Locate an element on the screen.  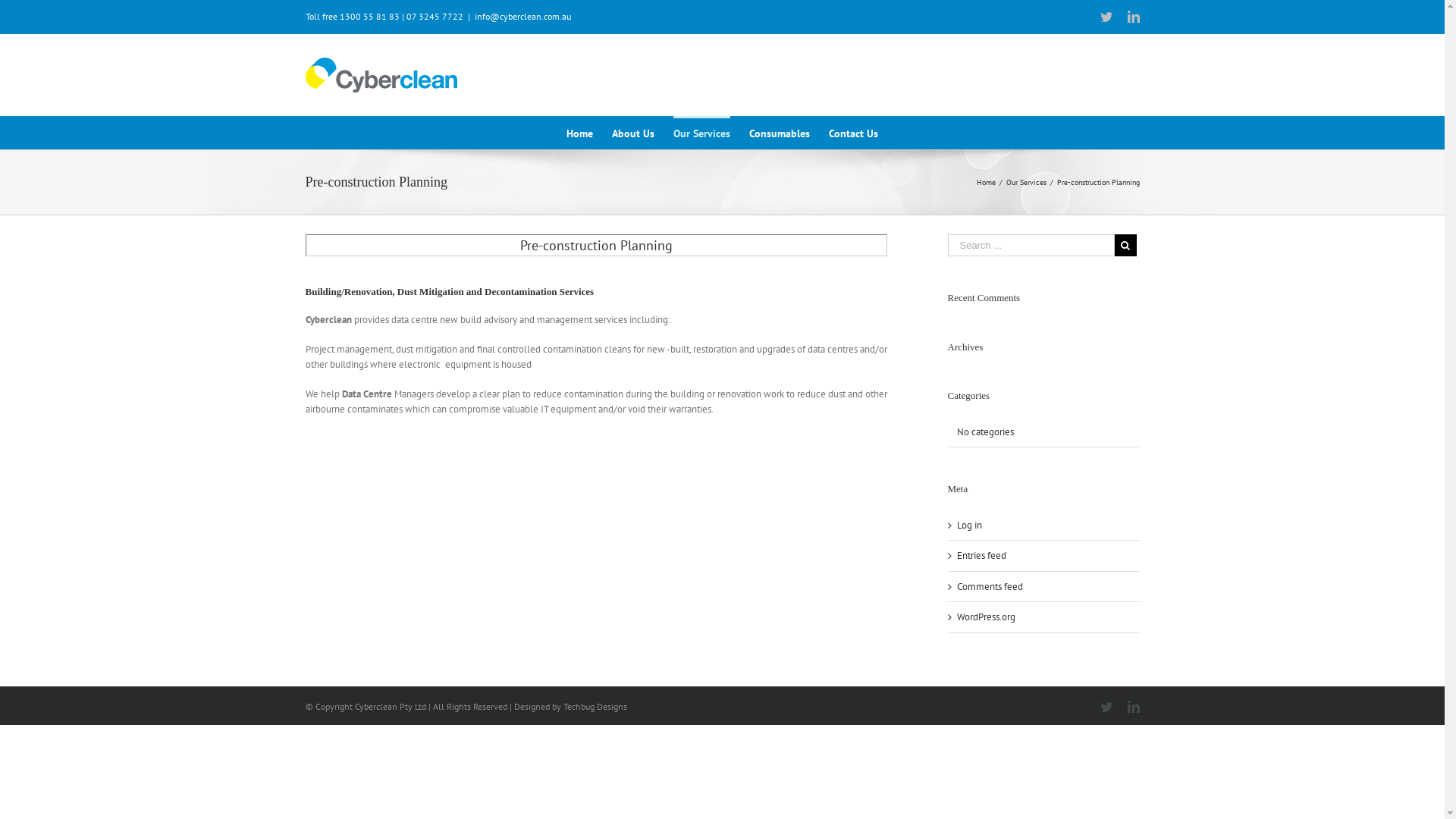
'Twitter' is located at coordinates (1106, 17).